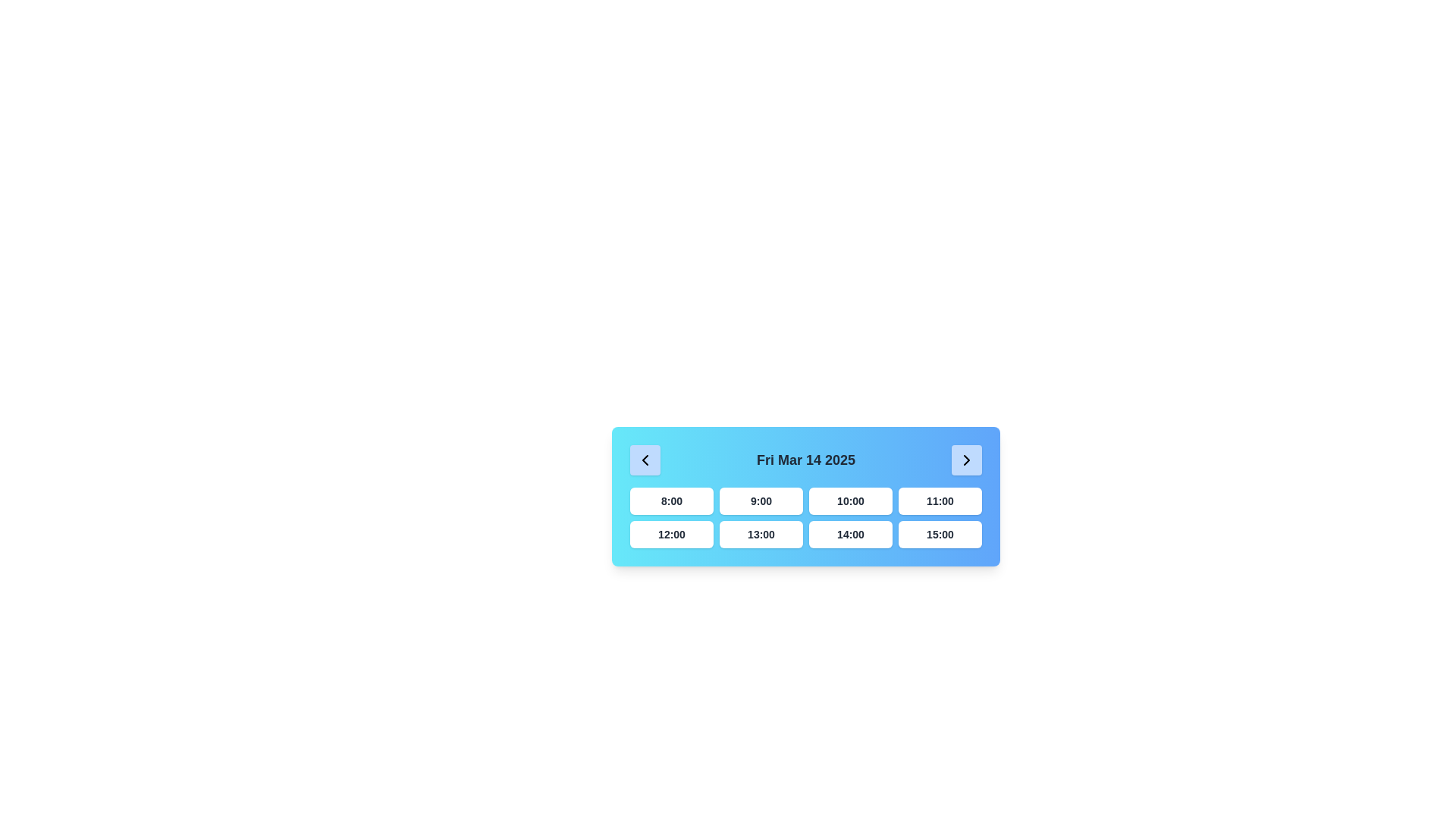 The image size is (1456, 819). I want to click on the time selection button for '11:00', so click(939, 500).